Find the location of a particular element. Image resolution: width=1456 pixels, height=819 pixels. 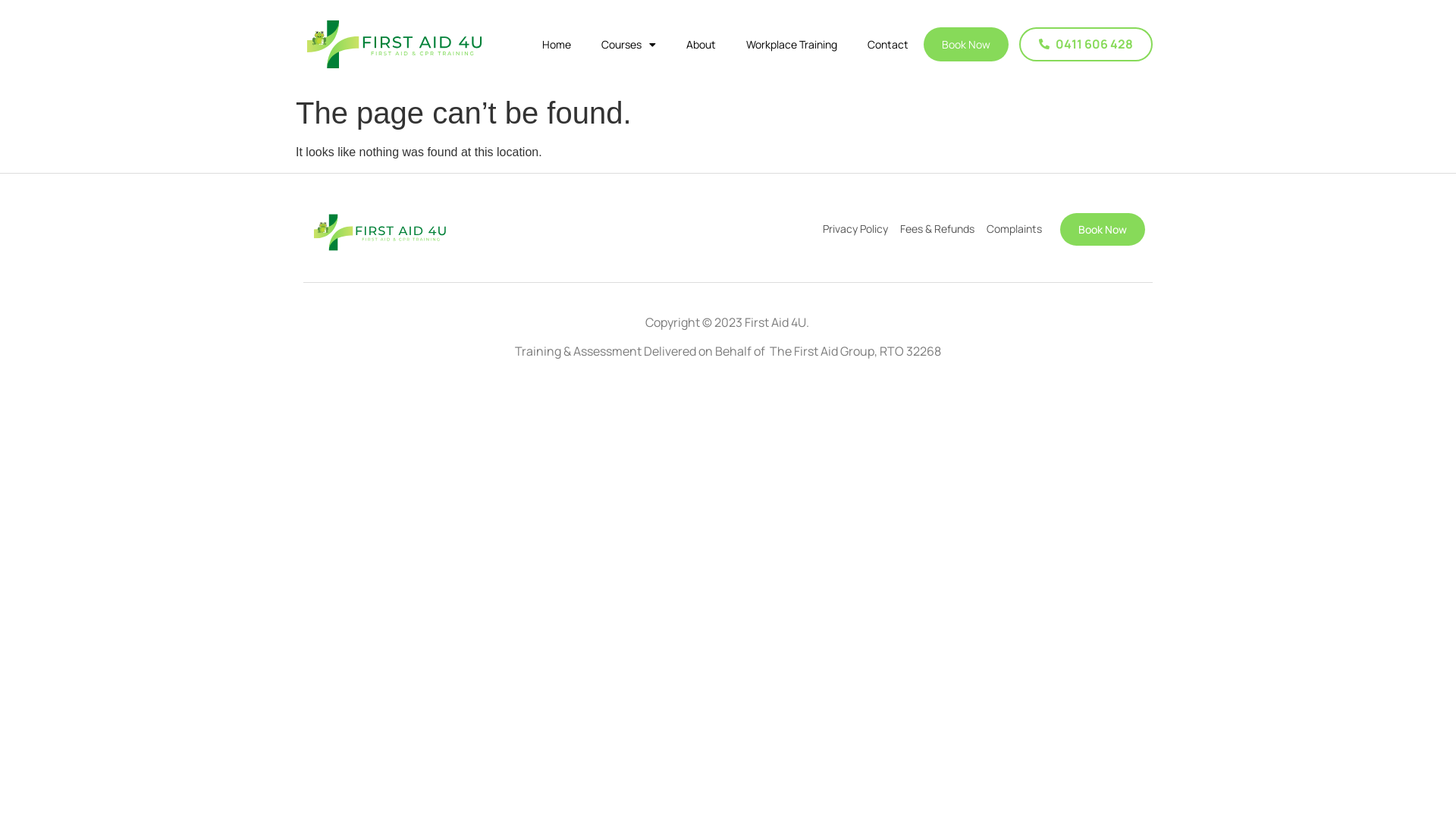

'Book Now' is located at coordinates (1103, 229).